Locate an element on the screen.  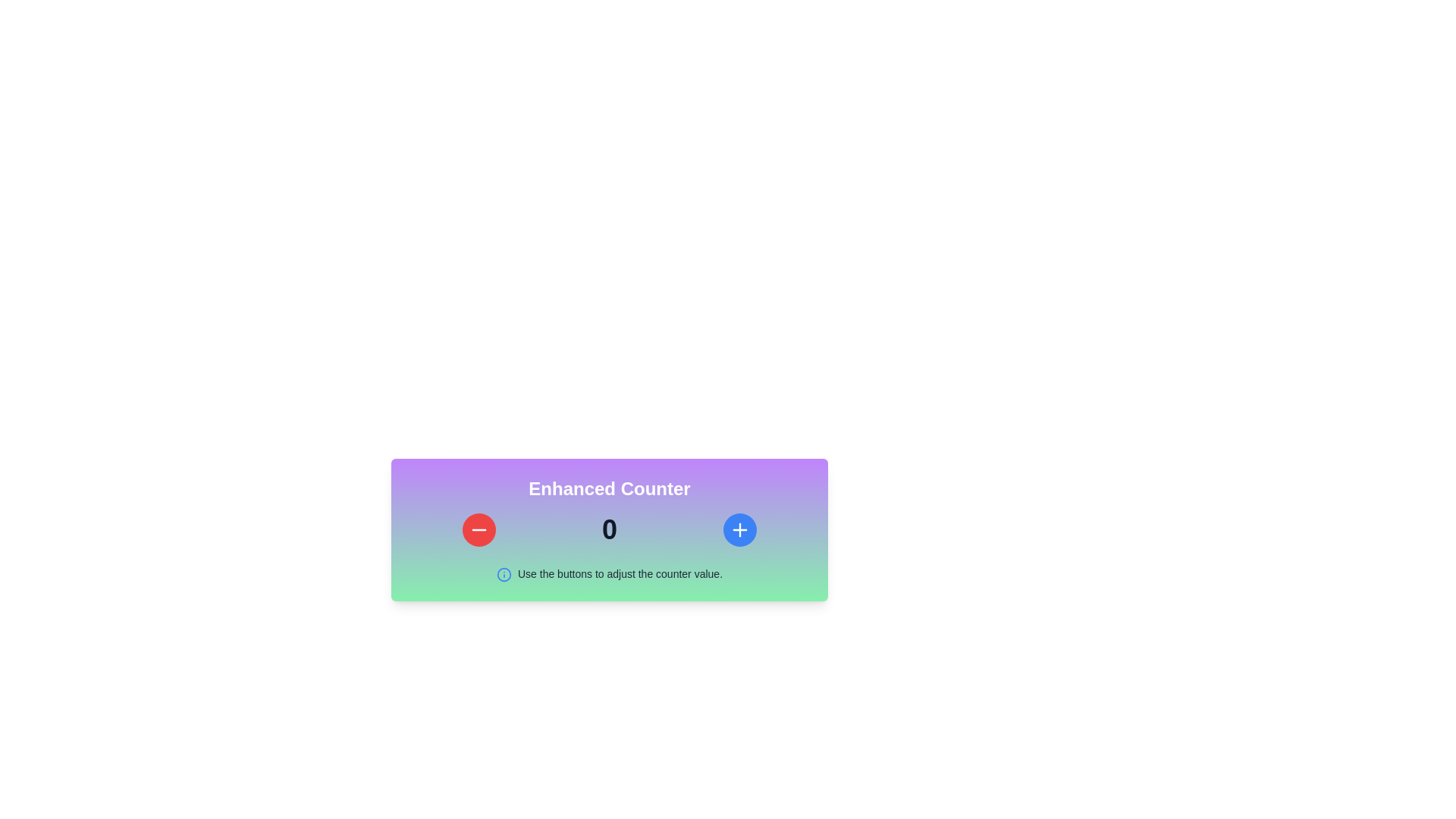
the large, bold numeral '0' text display, which is styled in black on a white background and indicates numerical data is located at coordinates (609, 529).